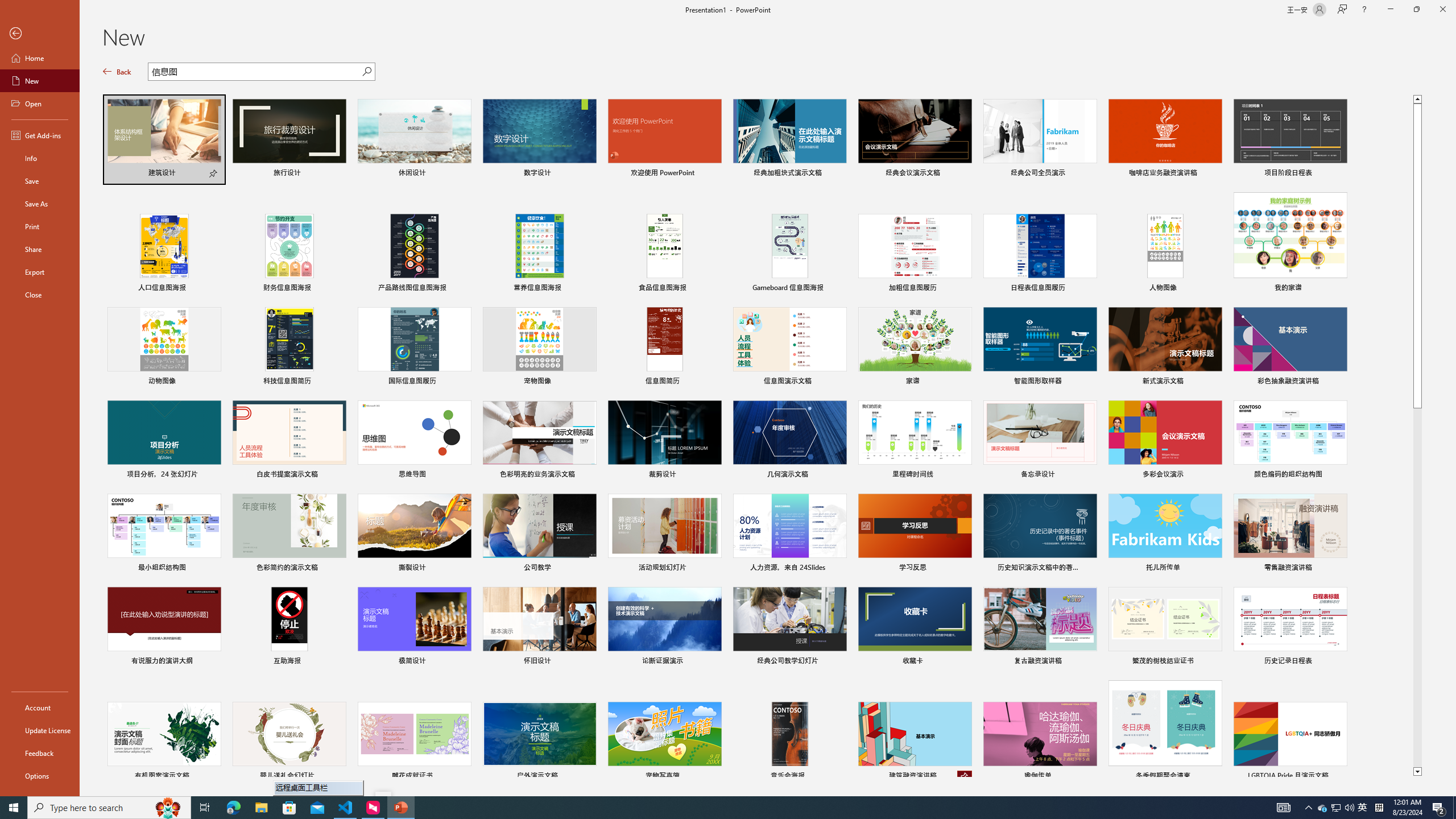 The image size is (1456, 819). What do you see at coordinates (39, 157) in the screenshot?
I see `'Info'` at bounding box center [39, 157].